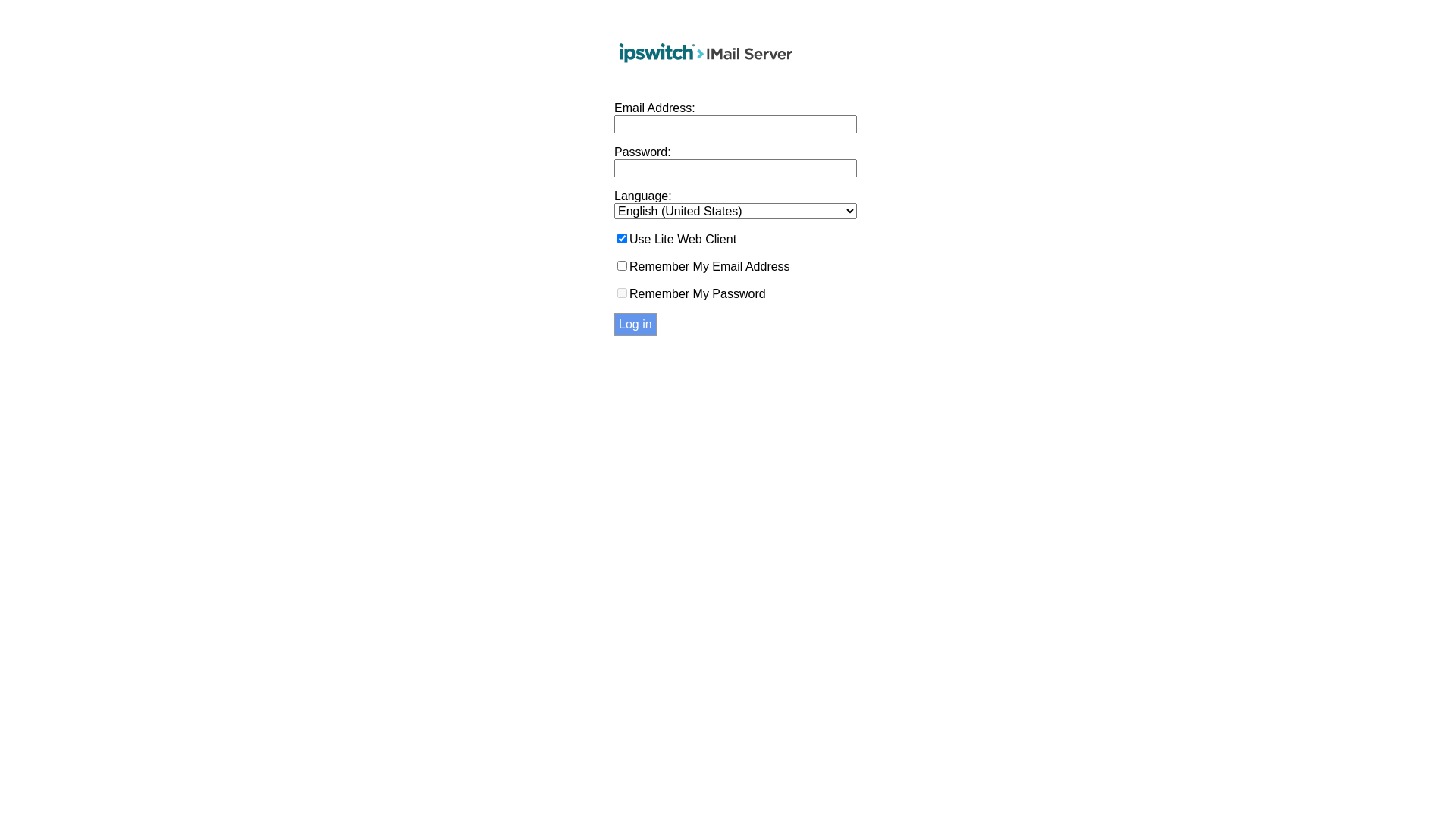 The image size is (1456, 819). Describe the element at coordinates (622, 238) in the screenshot. I see `'on'` at that location.